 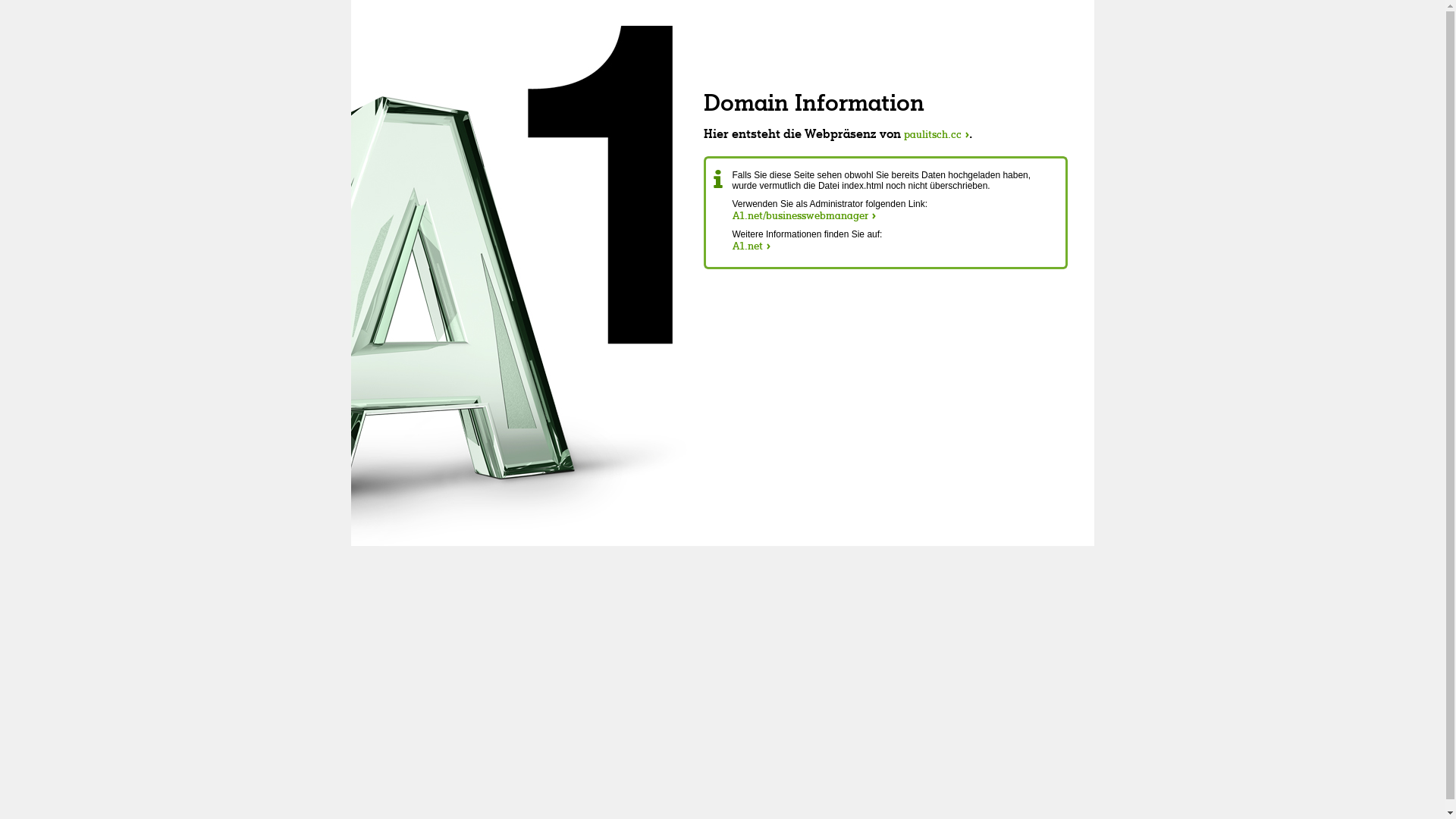 I want to click on 'A1.net/businesswebmanager', so click(x=803, y=215).